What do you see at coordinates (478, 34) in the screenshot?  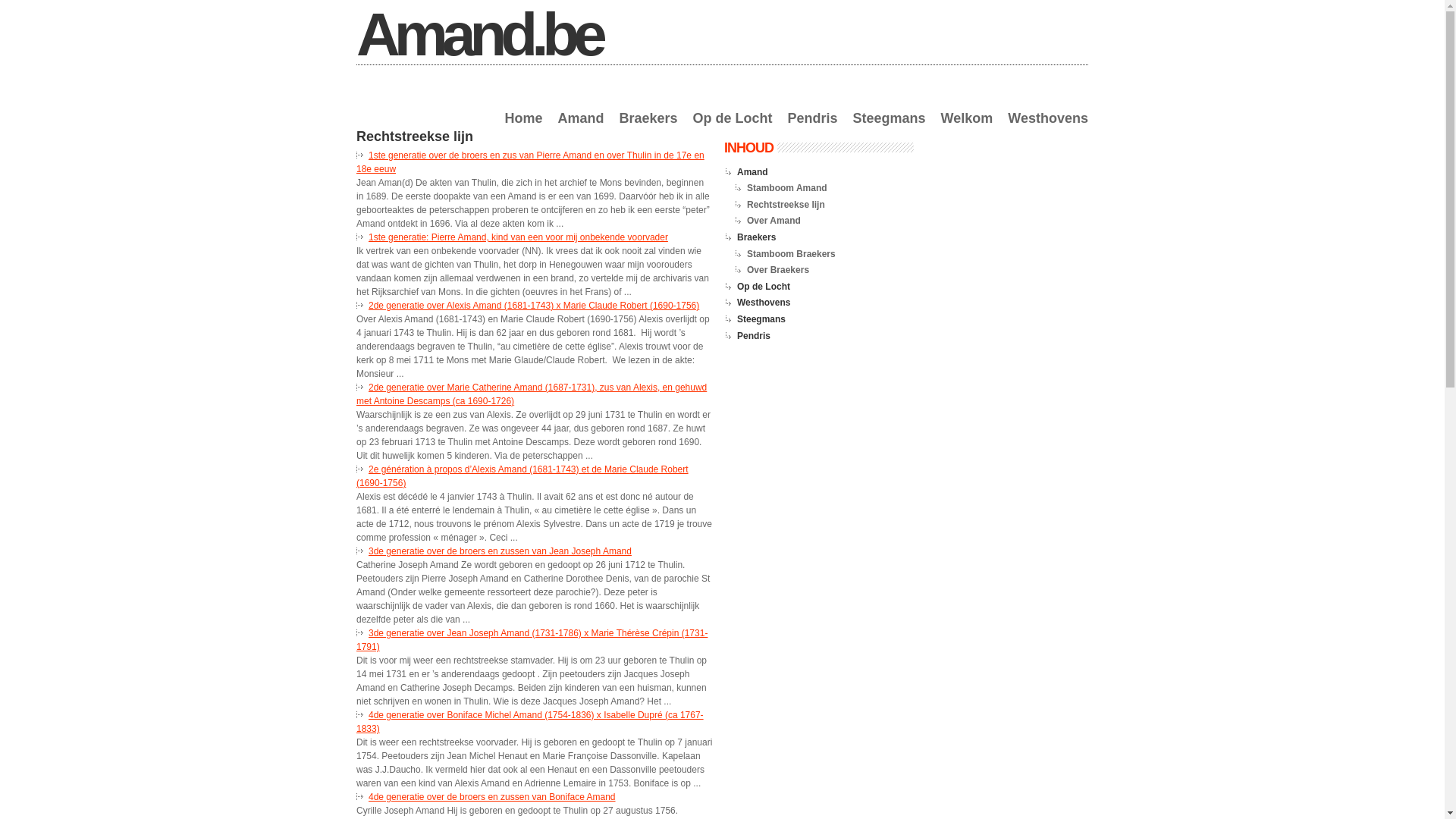 I see `'Amand.be'` at bounding box center [478, 34].